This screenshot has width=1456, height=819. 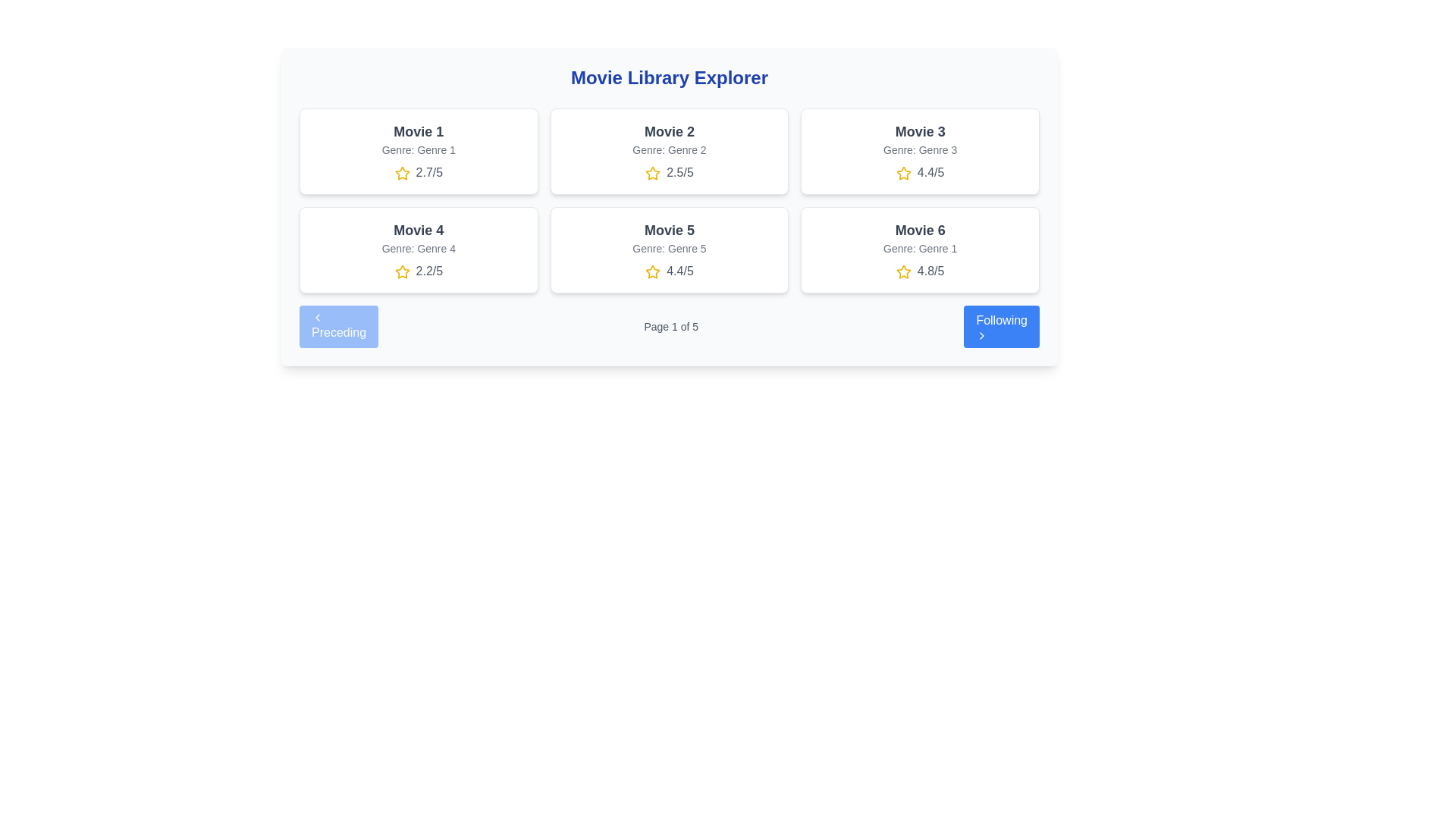 I want to click on the text label displaying '4.4/5', which is styled in a small light gray font and located to the right of a yellow star icon, within the 'Movie 3' box, so click(x=919, y=171).